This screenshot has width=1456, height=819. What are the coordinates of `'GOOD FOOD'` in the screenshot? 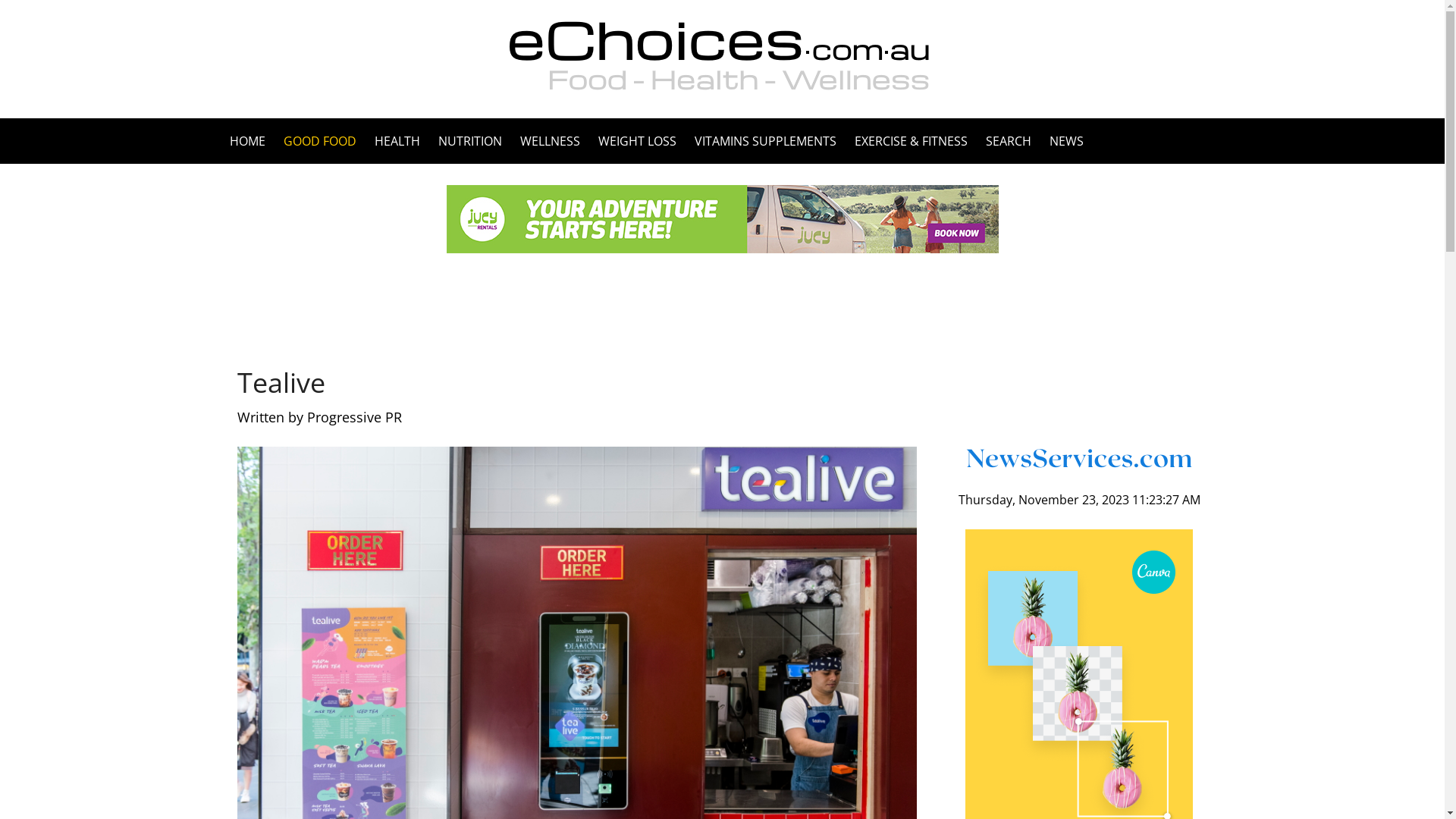 It's located at (319, 140).